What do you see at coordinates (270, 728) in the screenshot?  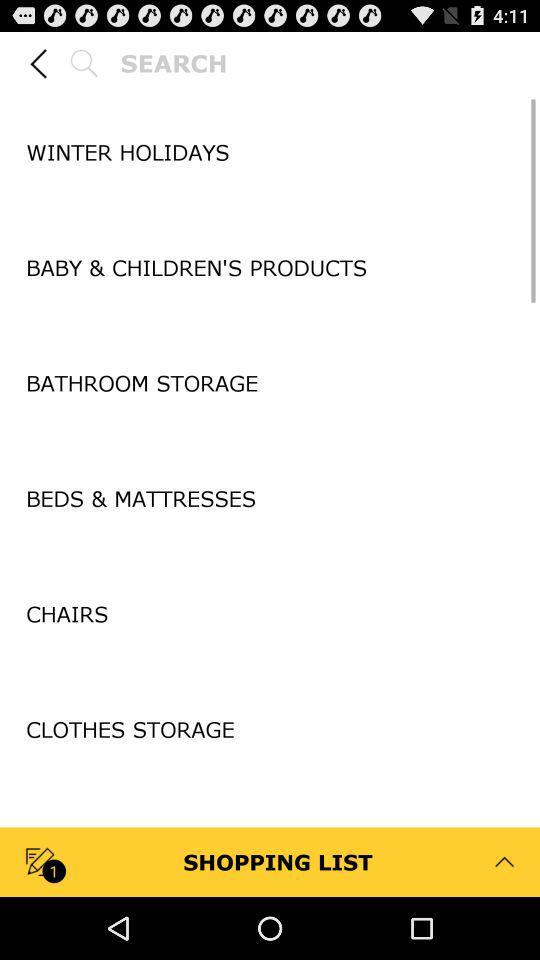 I see `the clothes storage item` at bounding box center [270, 728].